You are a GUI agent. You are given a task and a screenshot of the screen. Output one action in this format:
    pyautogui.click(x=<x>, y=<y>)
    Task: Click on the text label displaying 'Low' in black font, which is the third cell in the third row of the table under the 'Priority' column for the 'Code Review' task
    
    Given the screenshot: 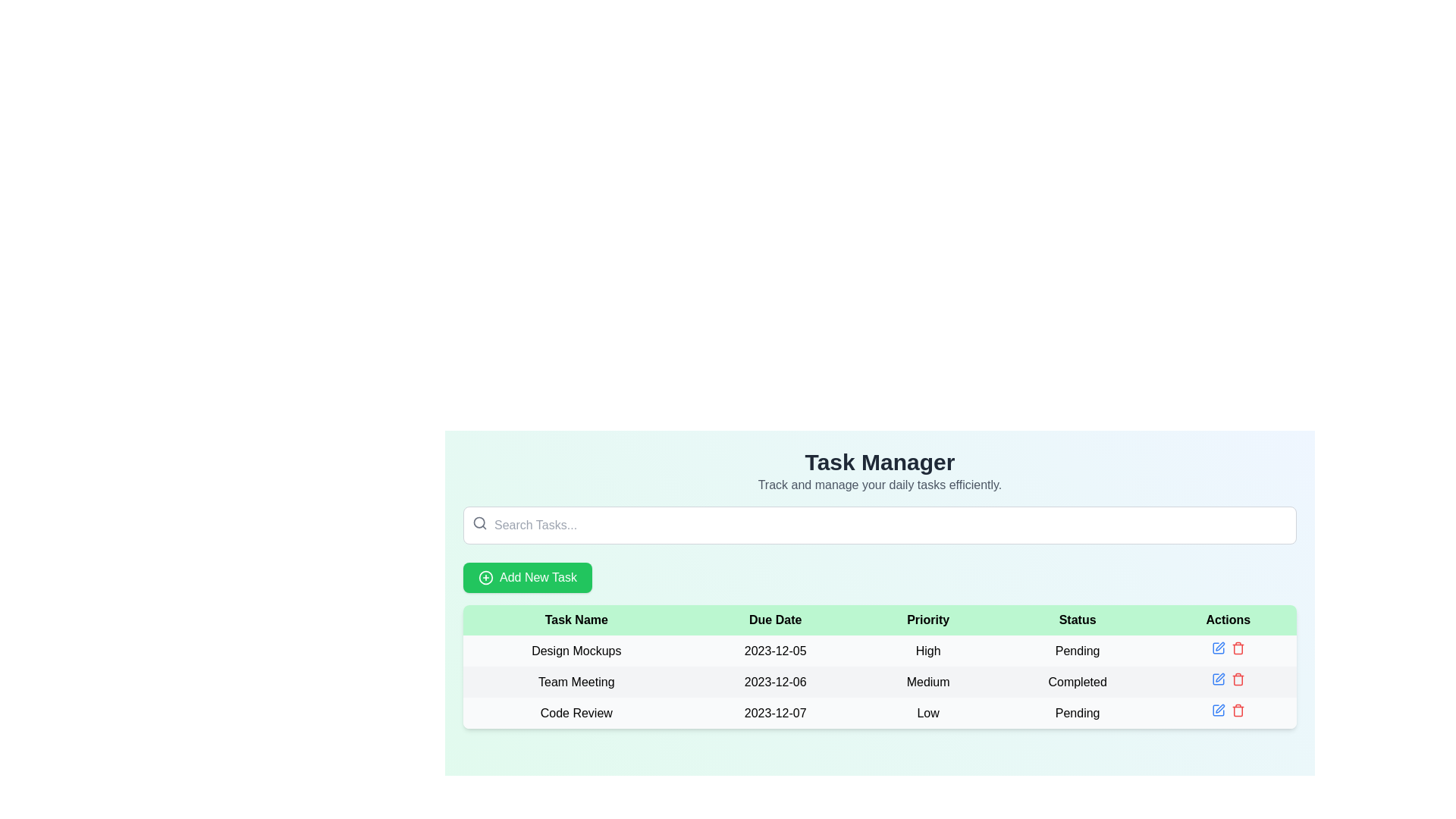 What is the action you would take?
    pyautogui.click(x=927, y=713)
    